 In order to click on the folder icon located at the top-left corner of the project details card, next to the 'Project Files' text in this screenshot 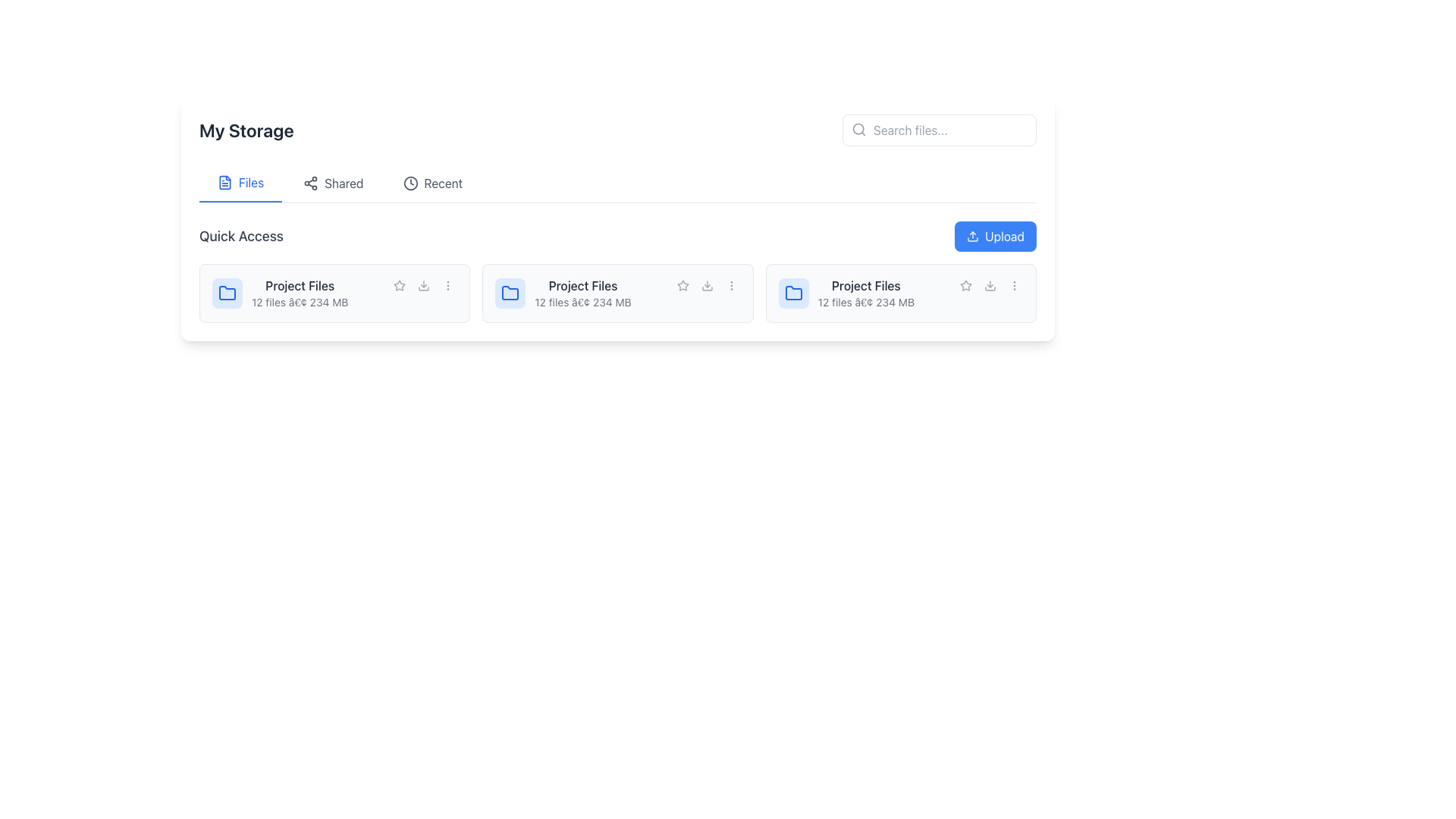, I will do `click(226, 293)`.